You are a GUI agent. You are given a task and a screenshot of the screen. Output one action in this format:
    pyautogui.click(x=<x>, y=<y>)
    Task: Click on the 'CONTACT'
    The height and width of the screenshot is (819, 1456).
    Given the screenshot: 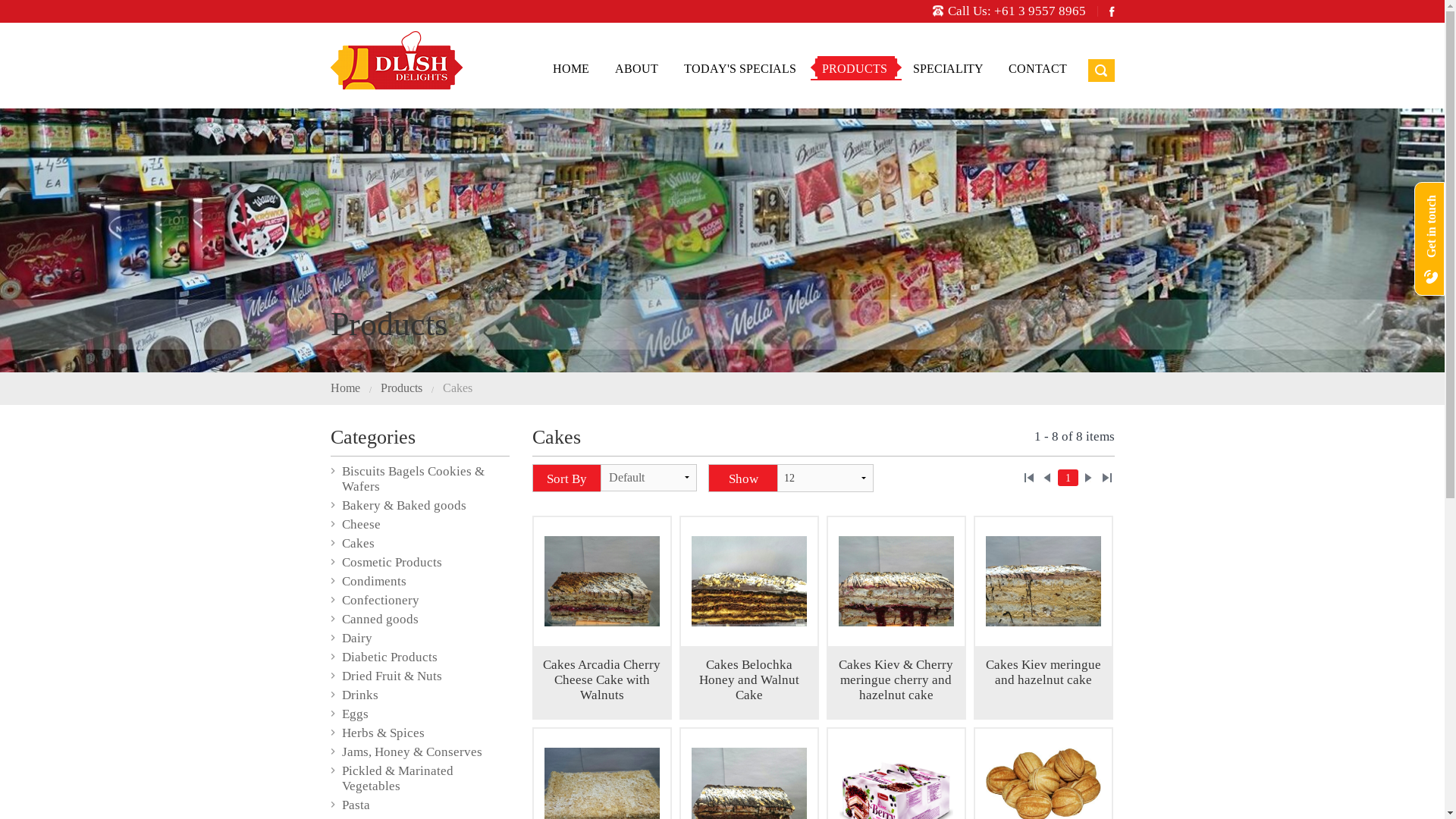 What is the action you would take?
    pyautogui.click(x=1037, y=68)
    